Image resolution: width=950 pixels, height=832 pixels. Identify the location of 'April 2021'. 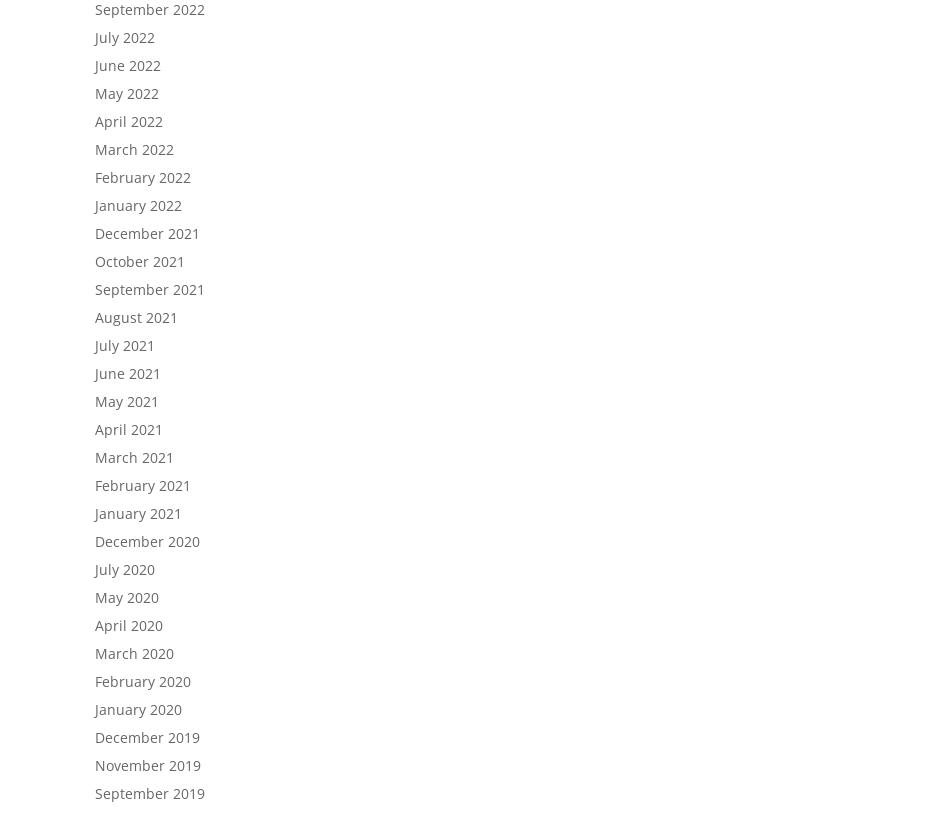
(129, 429).